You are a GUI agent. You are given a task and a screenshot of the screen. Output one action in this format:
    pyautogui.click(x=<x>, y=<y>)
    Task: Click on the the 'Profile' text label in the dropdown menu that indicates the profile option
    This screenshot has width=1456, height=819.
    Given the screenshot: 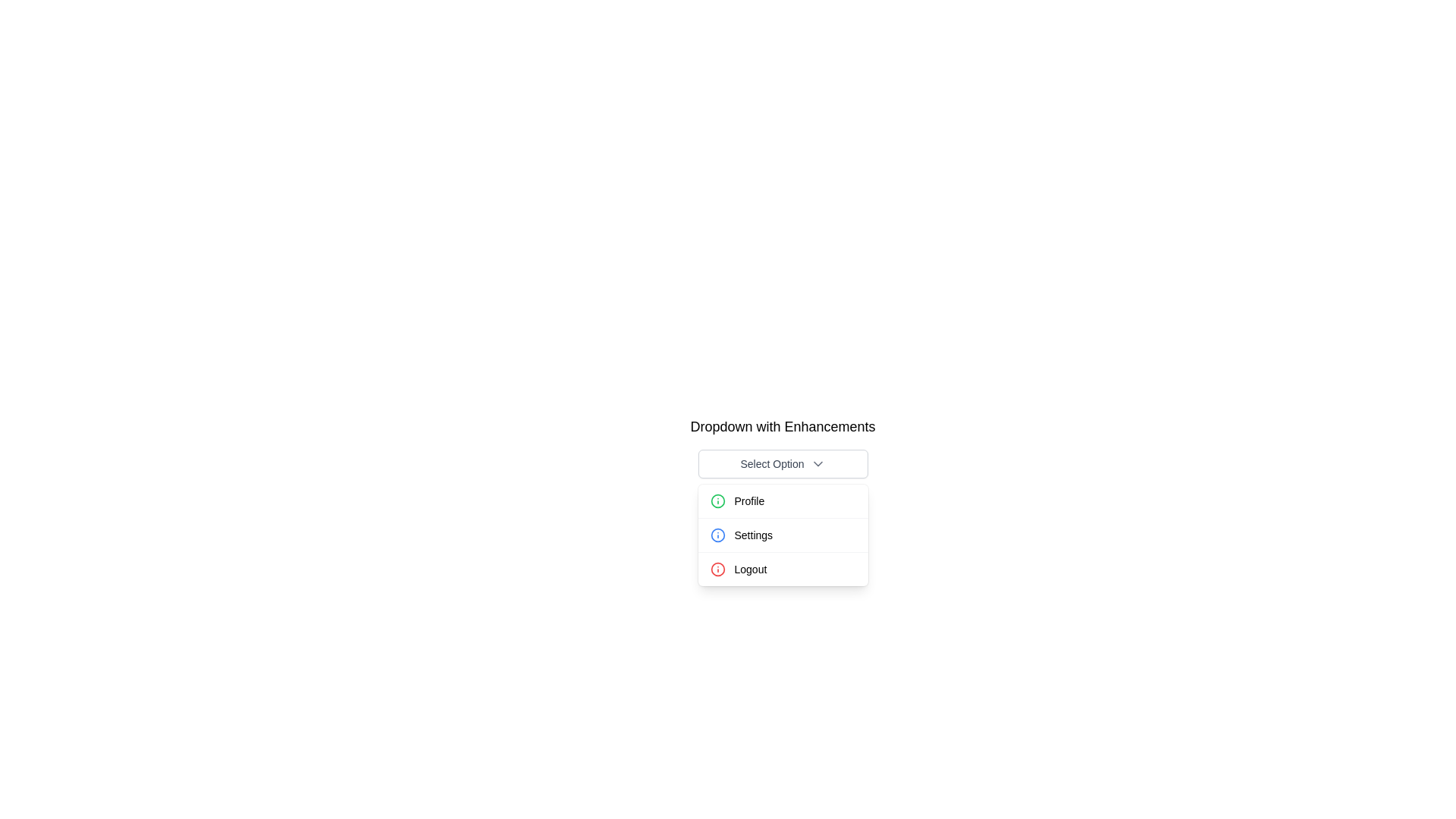 What is the action you would take?
    pyautogui.click(x=749, y=500)
    